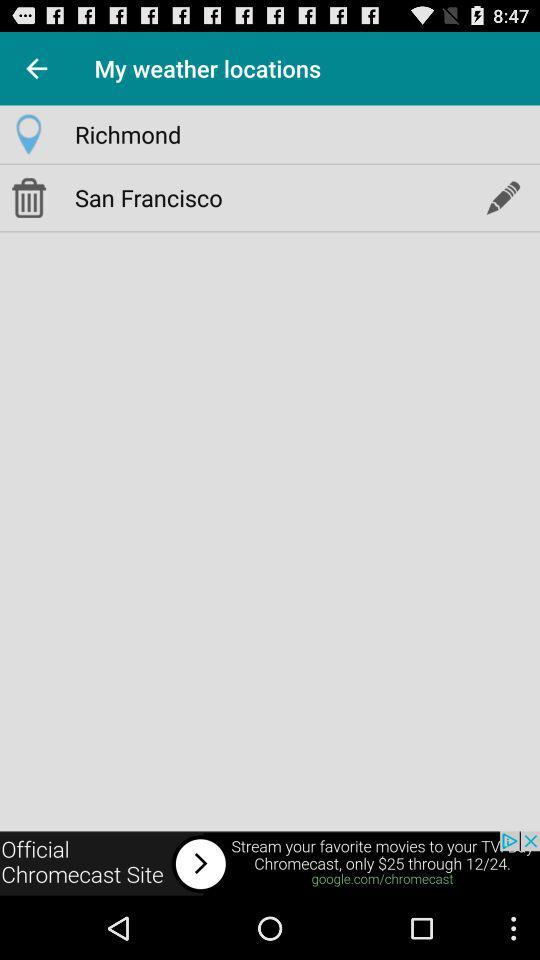 Image resolution: width=540 pixels, height=960 pixels. What do you see at coordinates (36, 68) in the screenshot?
I see `previous` at bounding box center [36, 68].